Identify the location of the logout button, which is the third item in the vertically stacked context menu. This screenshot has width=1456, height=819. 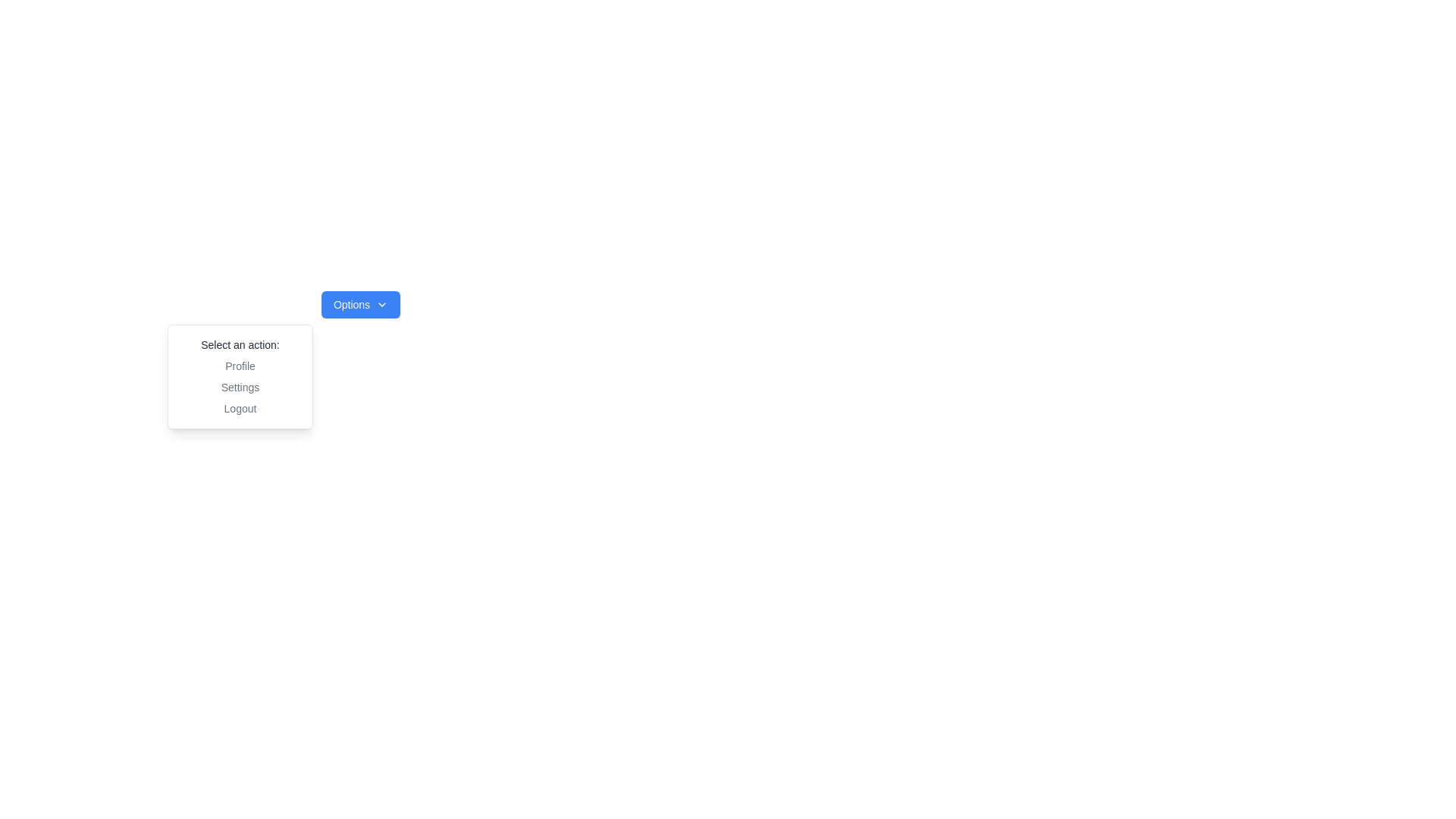
(239, 408).